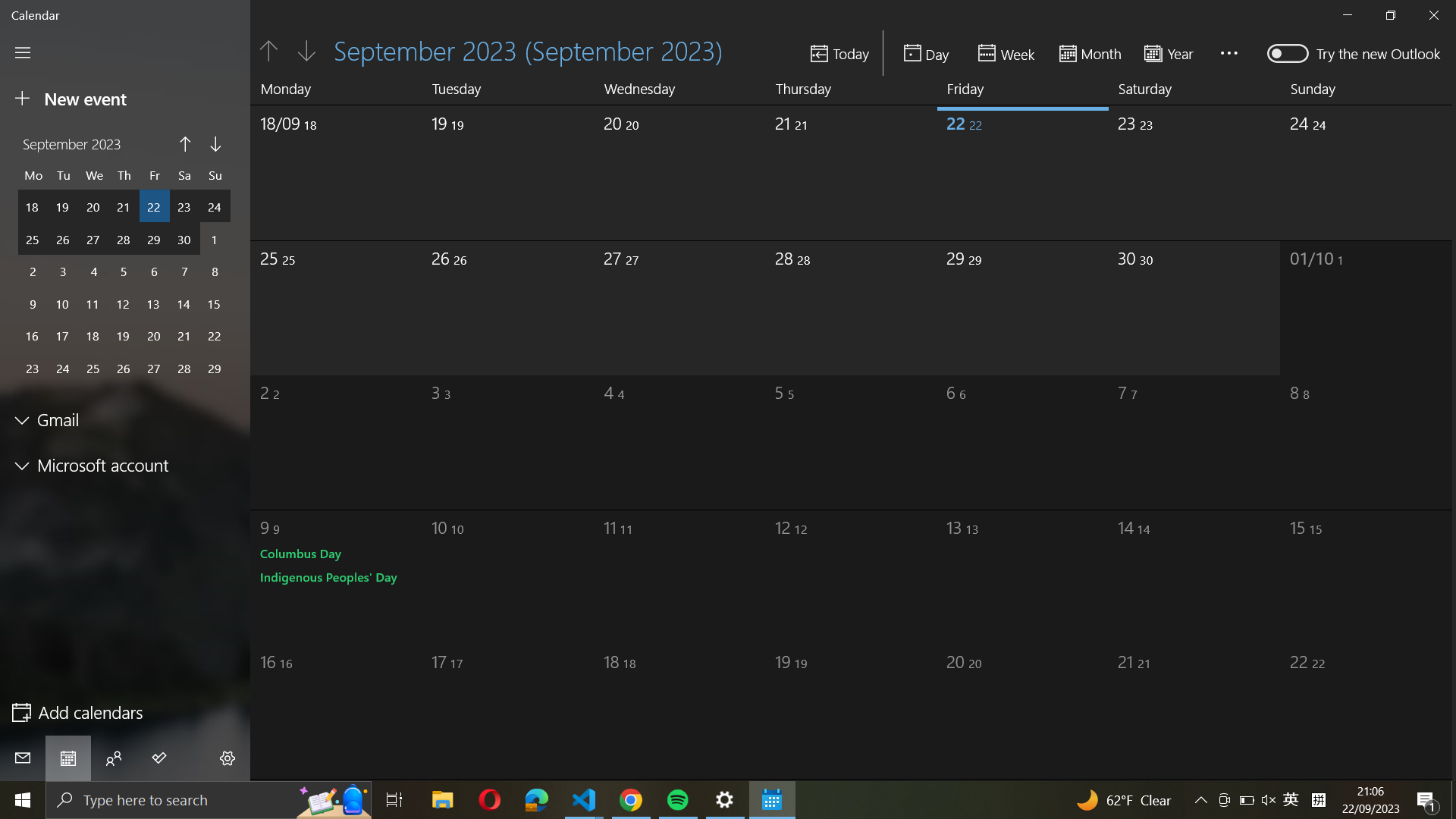 The width and height of the screenshot is (1456, 819). I want to click on the final date of September, so click(1195, 167).